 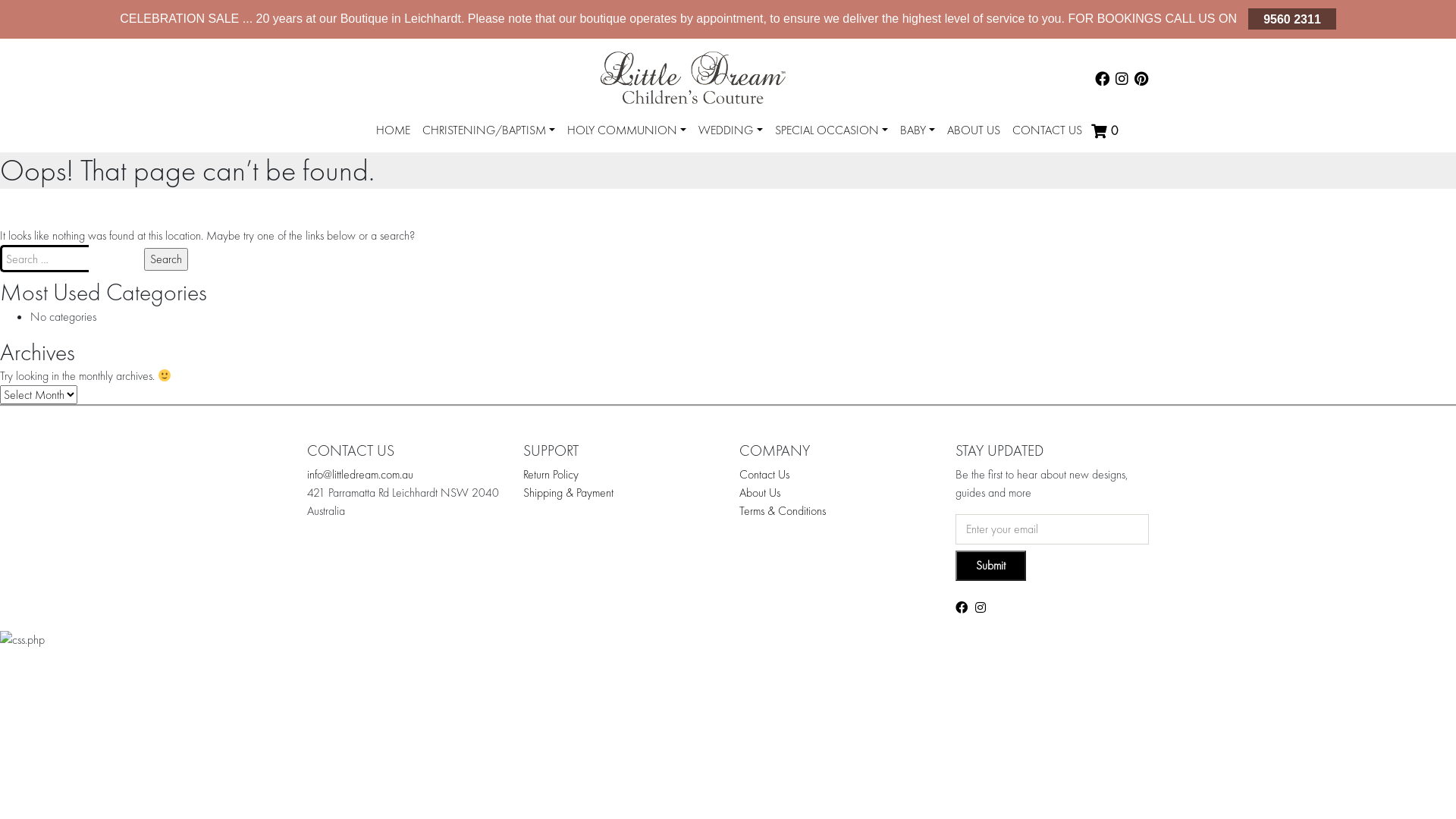 What do you see at coordinates (393, 130) in the screenshot?
I see `'HOME'` at bounding box center [393, 130].